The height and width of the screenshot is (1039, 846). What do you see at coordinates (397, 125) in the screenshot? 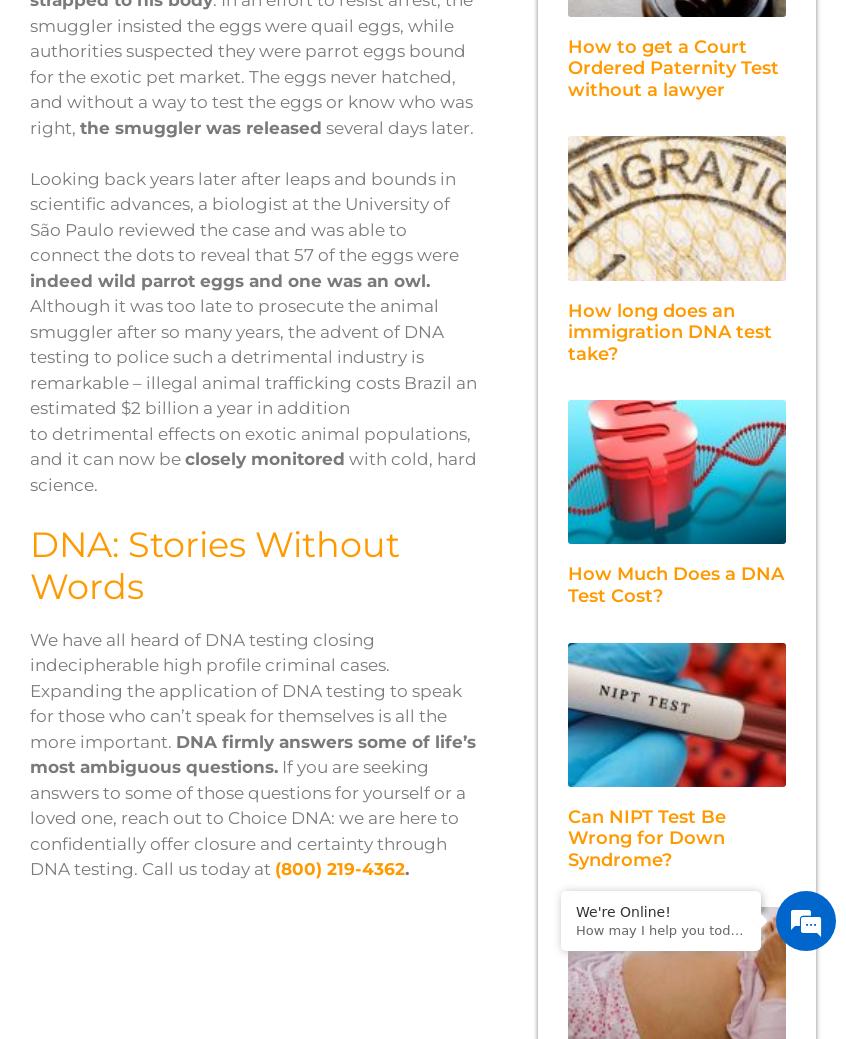
I see `'several days later.'` at bounding box center [397, 125].